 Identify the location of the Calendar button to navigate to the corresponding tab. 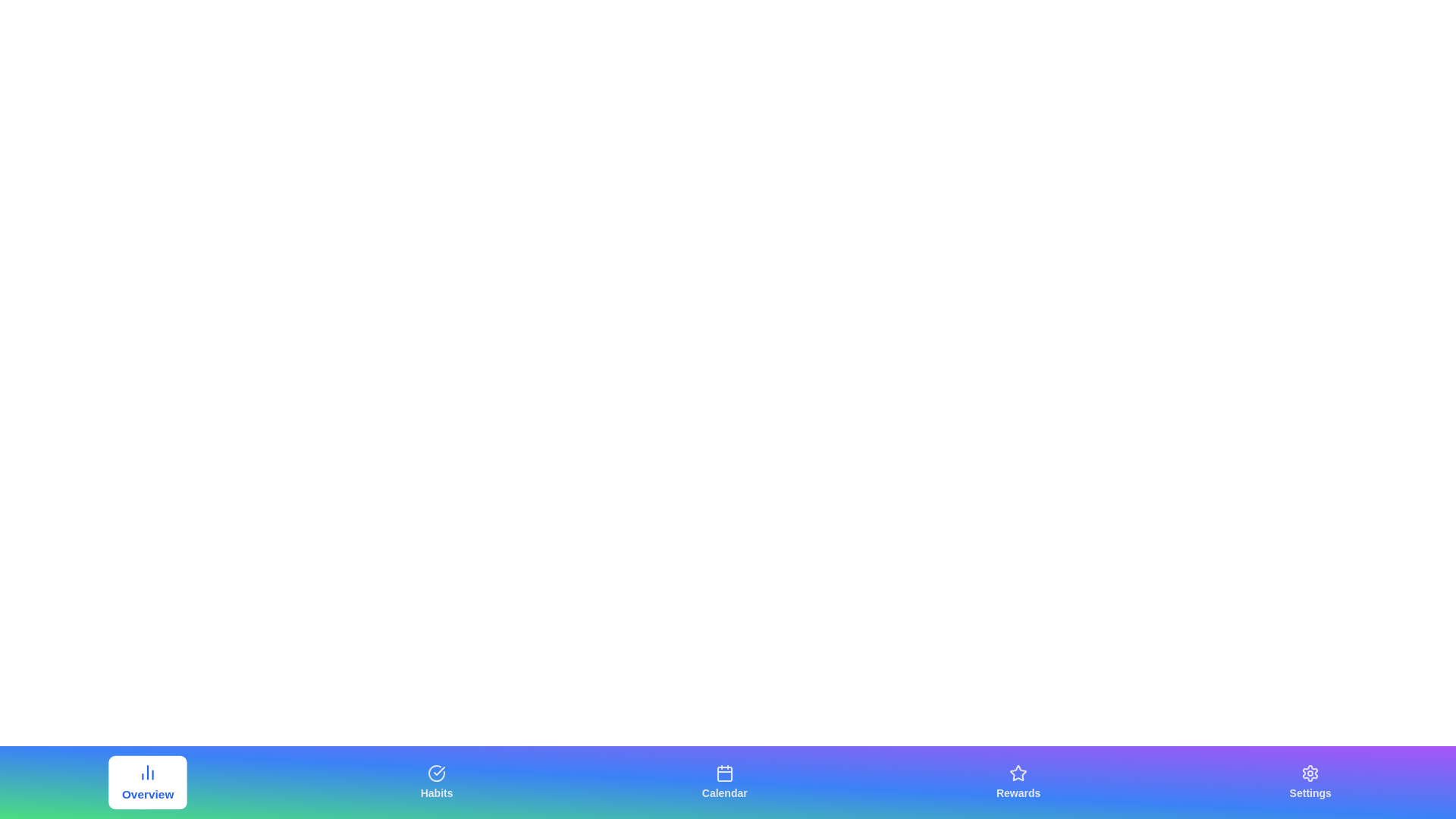
(723, 783).